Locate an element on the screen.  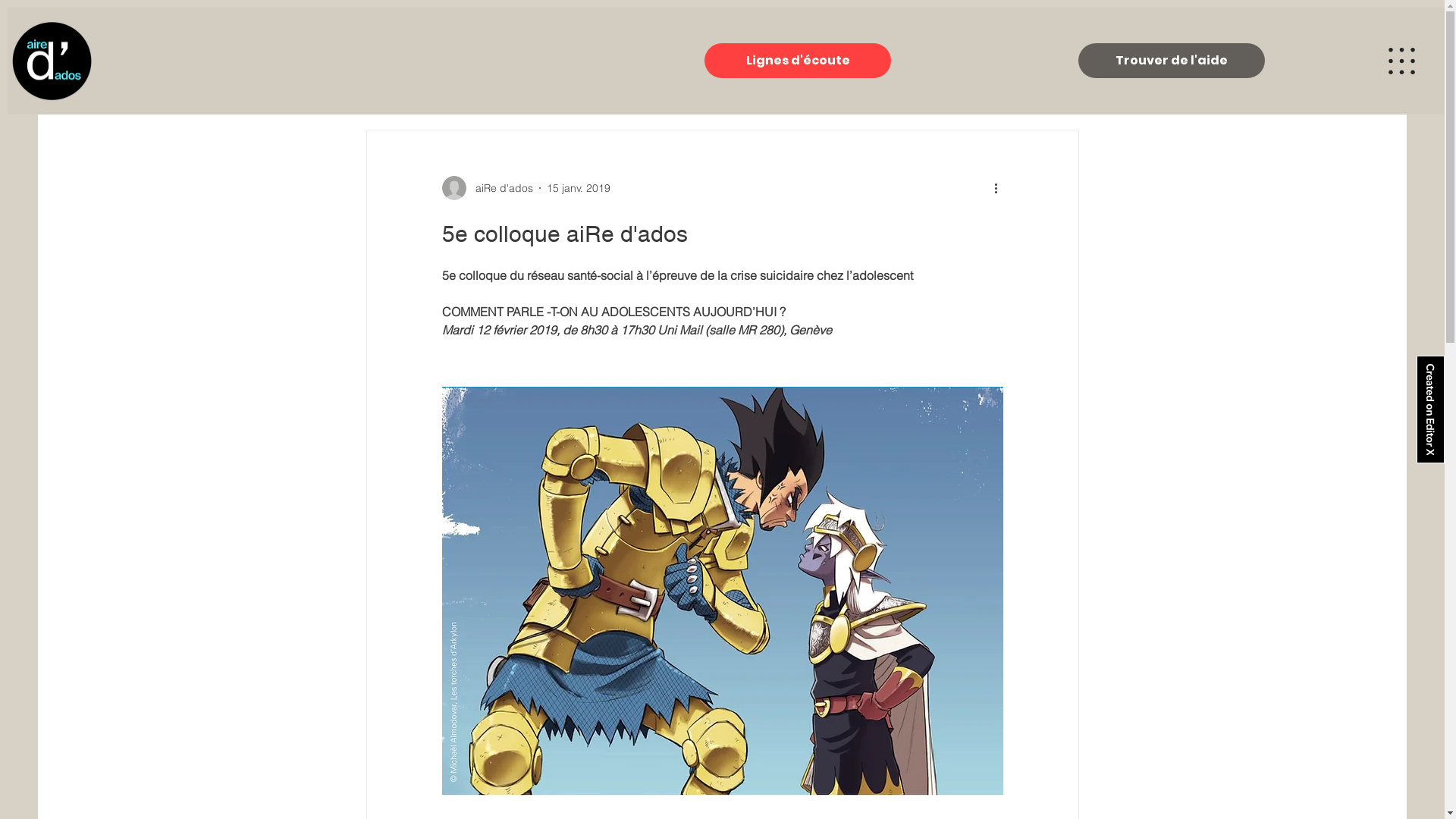
'Trouver de l'aide' is located at coordinates (1171, 60).